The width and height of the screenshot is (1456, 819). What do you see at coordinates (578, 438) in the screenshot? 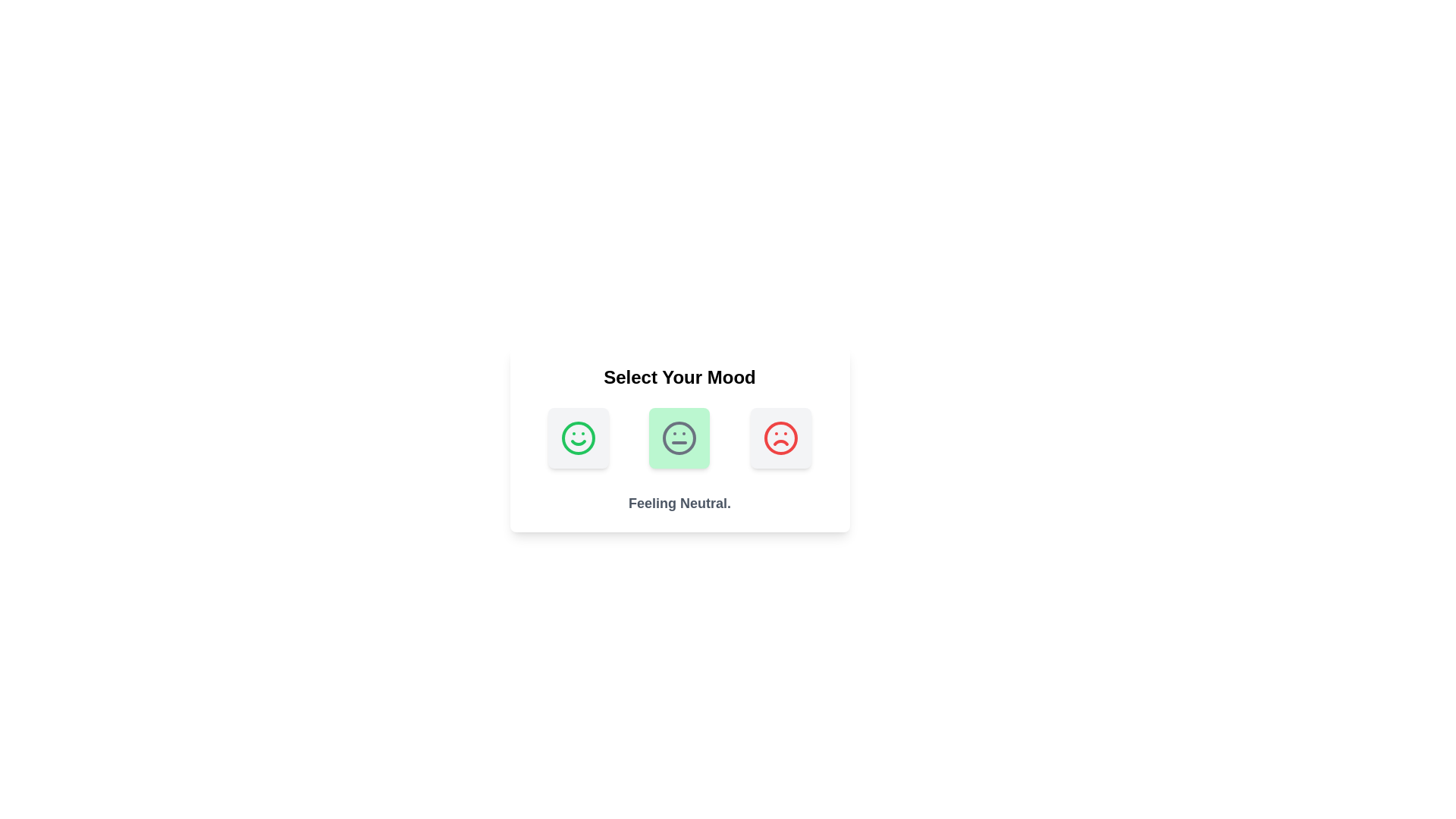
I see `the positive mood icon in the mood selector` at bounding box center [578, 438].